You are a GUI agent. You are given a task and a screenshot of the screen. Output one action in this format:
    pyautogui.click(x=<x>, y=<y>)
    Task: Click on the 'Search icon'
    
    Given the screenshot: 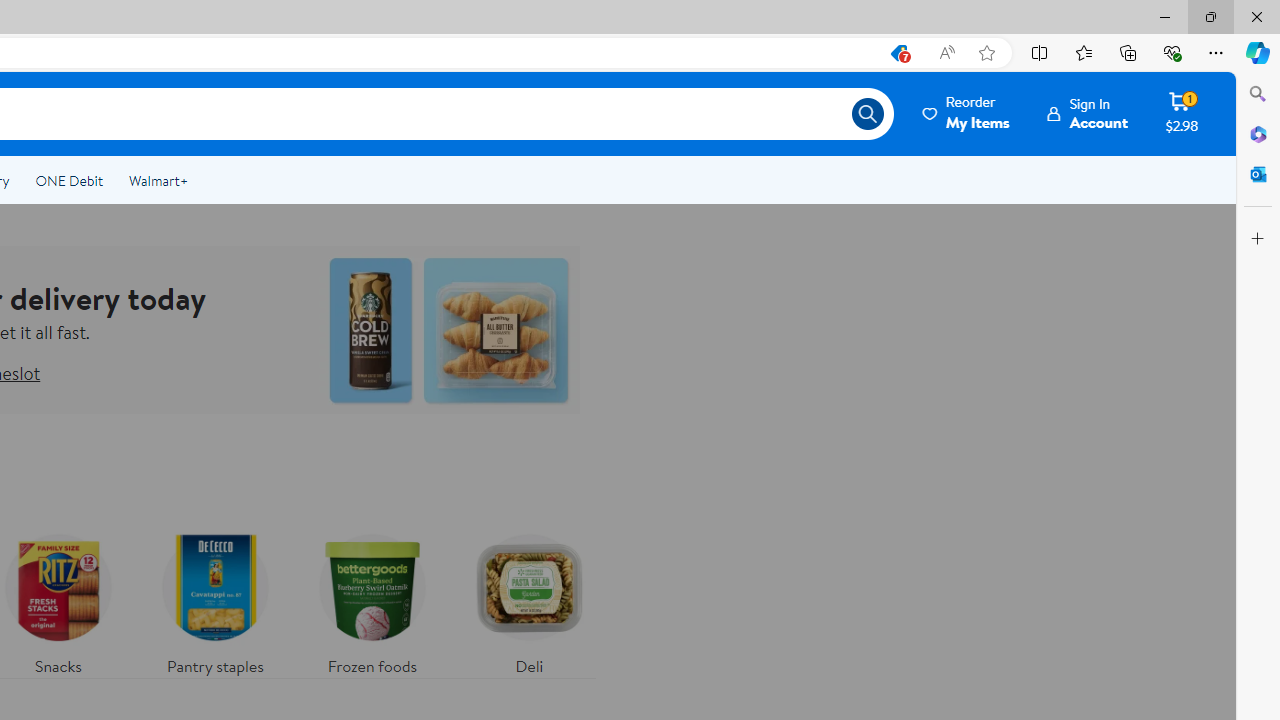 What is the action you would take?
    pyautogui.click(x=867, y=114)
    